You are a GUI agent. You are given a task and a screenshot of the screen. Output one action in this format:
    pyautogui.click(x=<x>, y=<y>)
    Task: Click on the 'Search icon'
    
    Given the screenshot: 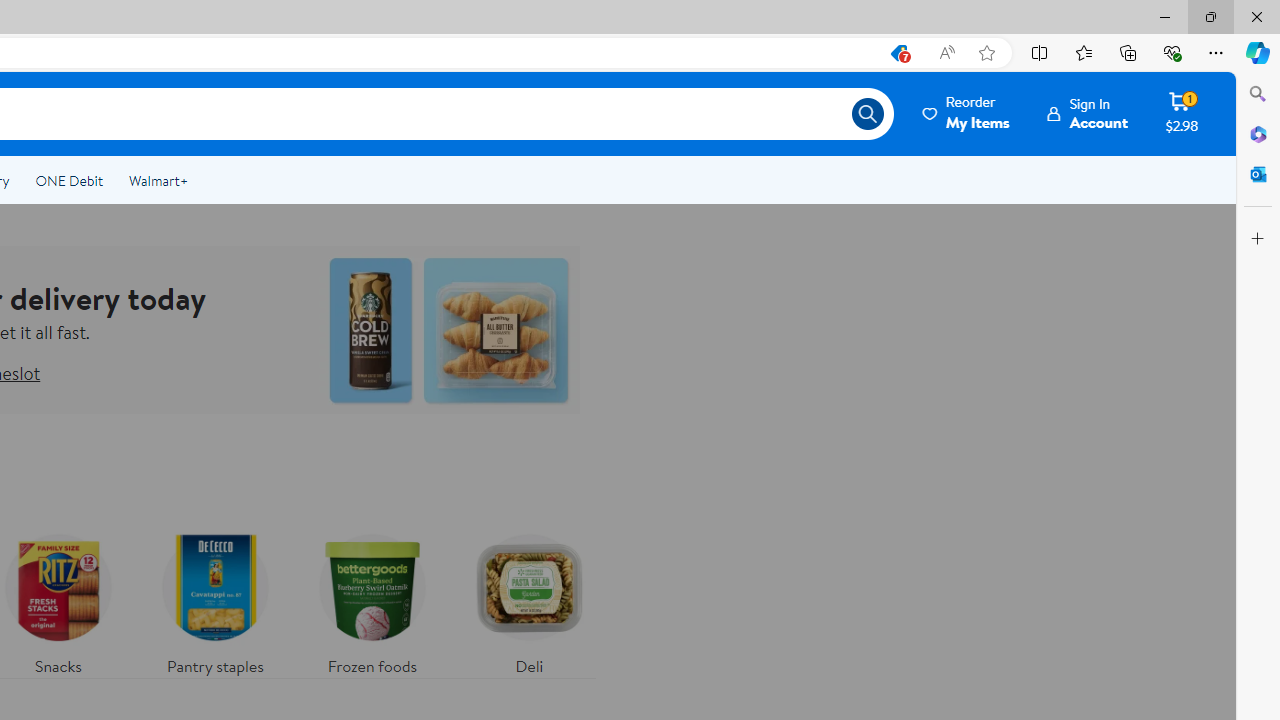 What is the action you would take?
    pyautogui.click(x=867, y=114)
    